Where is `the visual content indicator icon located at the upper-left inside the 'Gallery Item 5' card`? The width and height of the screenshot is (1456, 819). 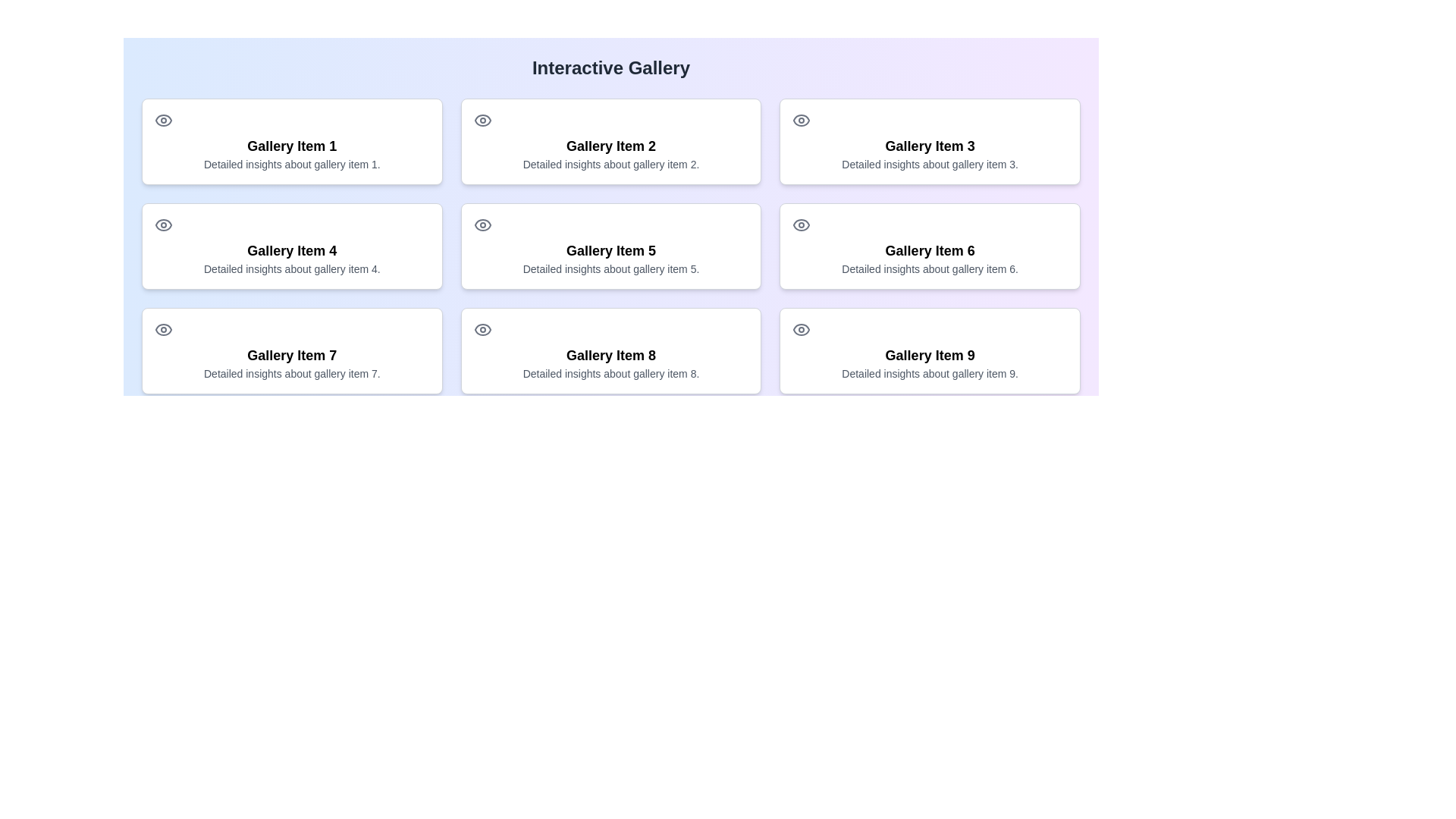 the visual content indicator icon located at the upper-left inside the 'Gallery Item 5' card is located at coordinates (482, 225).